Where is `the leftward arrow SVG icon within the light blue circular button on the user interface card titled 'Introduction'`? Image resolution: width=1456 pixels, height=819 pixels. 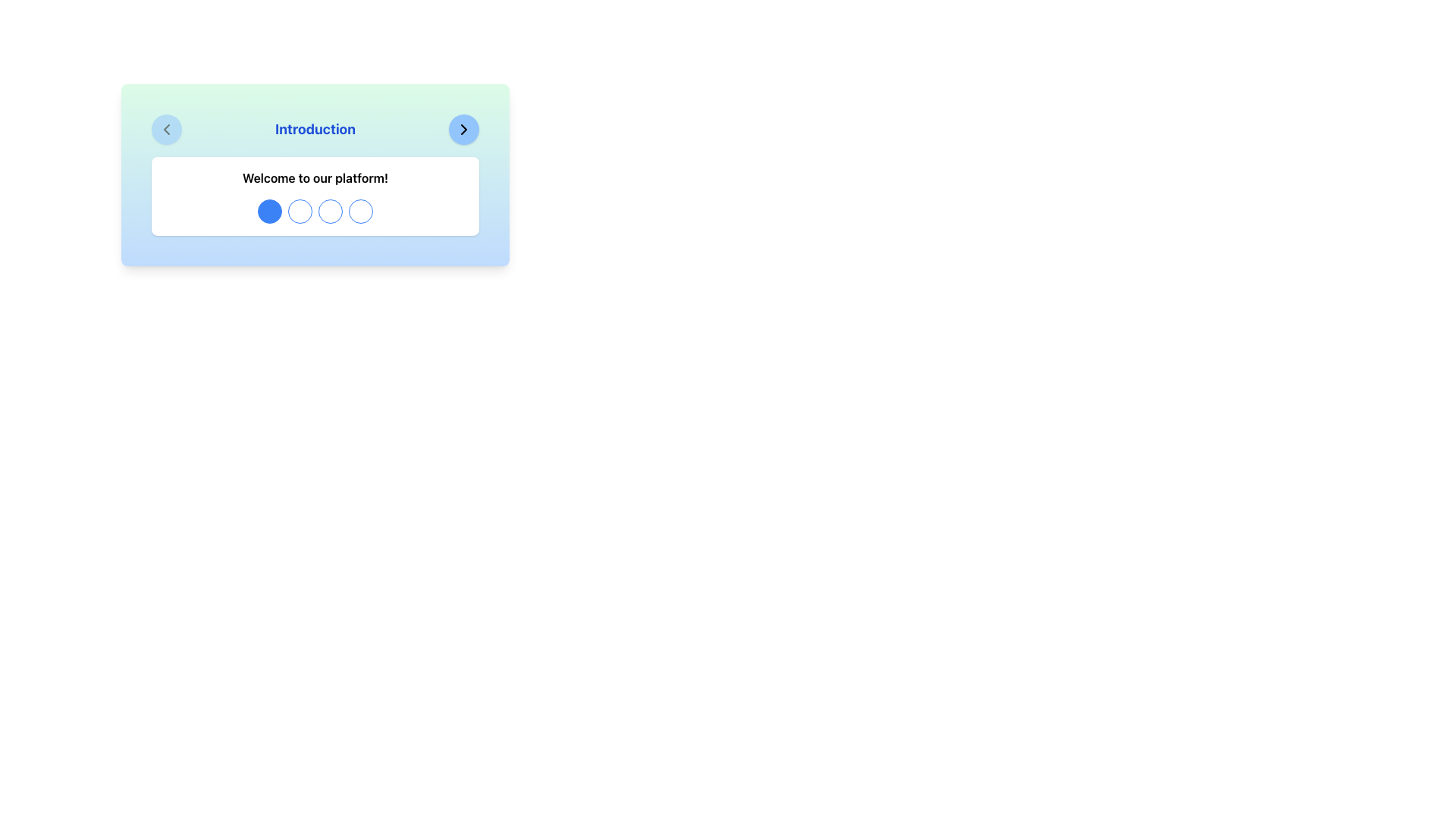
the leftward arrow SVG icon within the light blue circular button on the user interface card titled 'Introduction' is located at coordinates (167, 128).